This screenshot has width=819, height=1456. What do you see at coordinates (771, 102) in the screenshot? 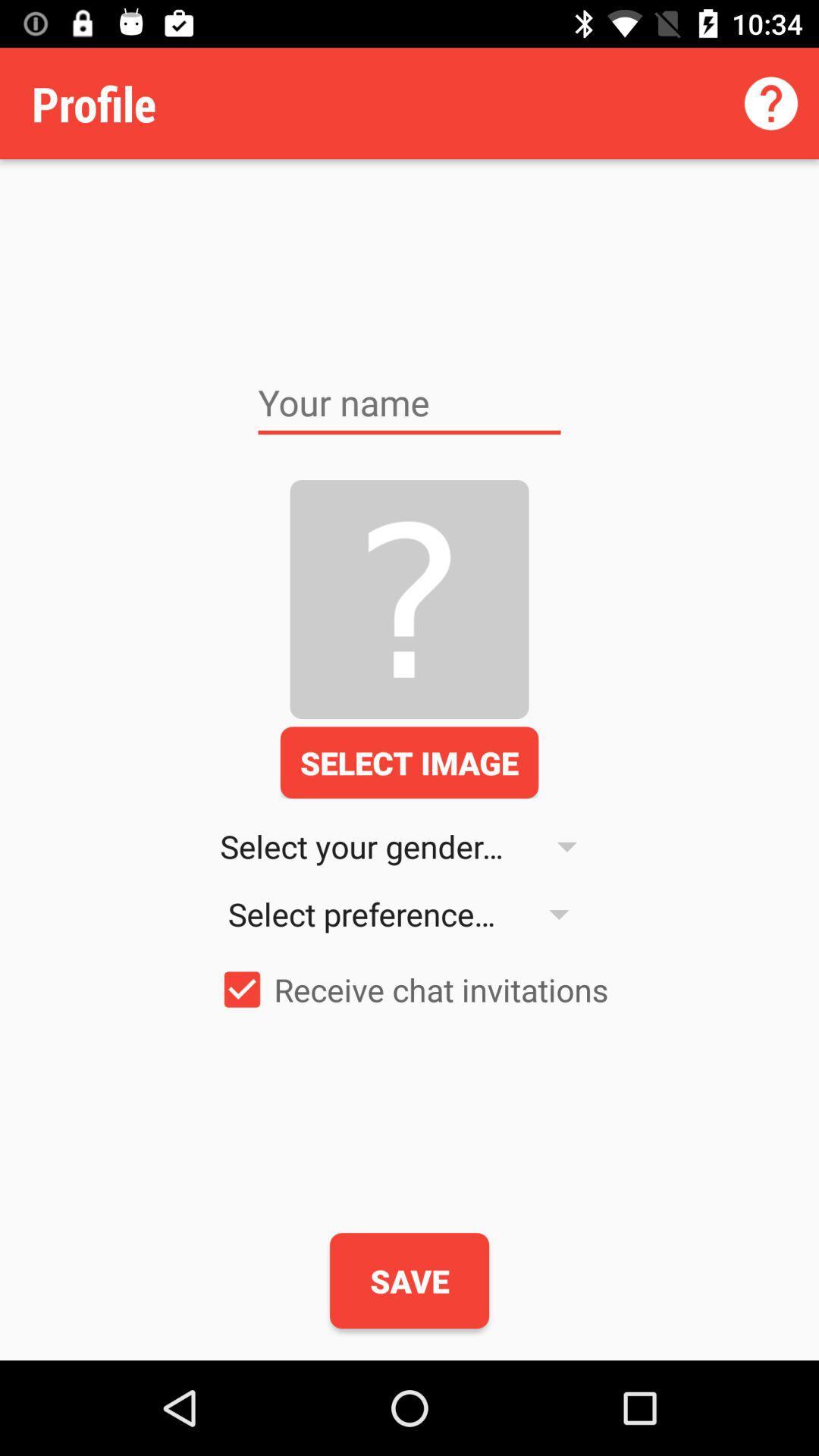
I see `item next to the profile` at bounding box center [771, 102].